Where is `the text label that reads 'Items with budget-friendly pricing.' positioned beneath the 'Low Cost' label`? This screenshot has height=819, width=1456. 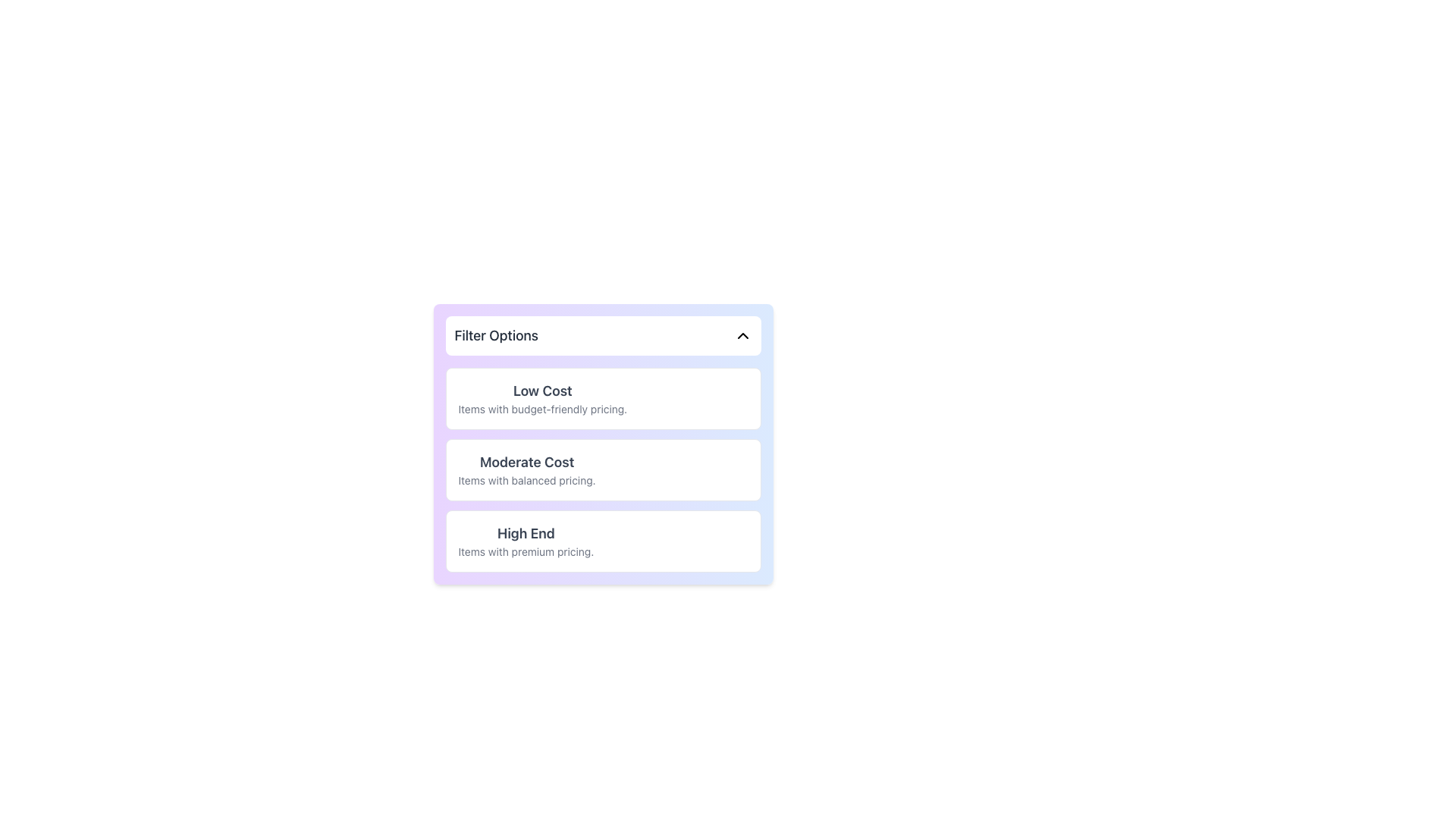 the text label that reads 'Items with budget-friendly pricing.' positioned beneath the 'Low Cost' label is located at coordinates (542, 409).